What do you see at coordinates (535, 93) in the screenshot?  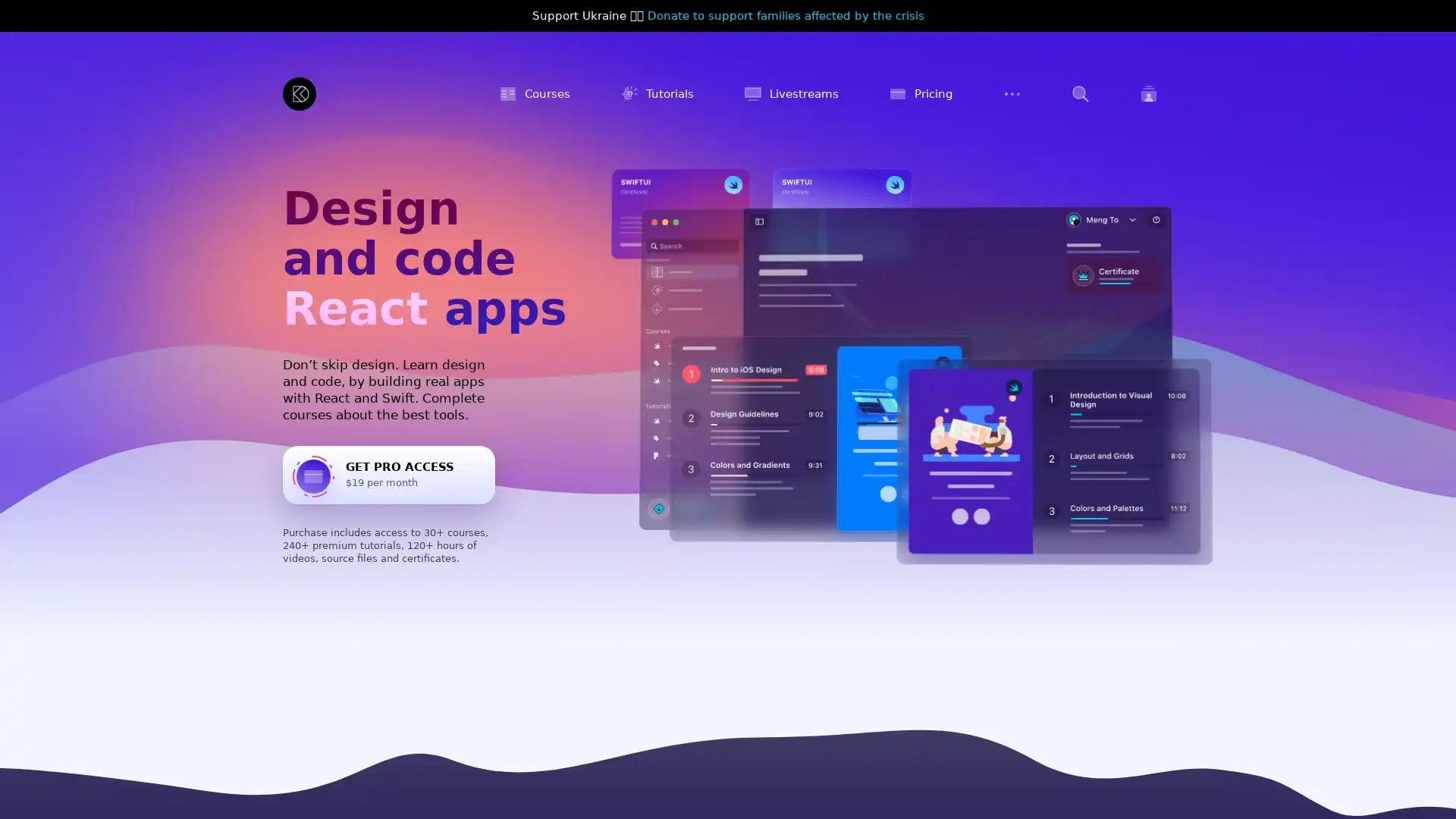 I see `Courses icon Courses` at bounding box center [535, 93].